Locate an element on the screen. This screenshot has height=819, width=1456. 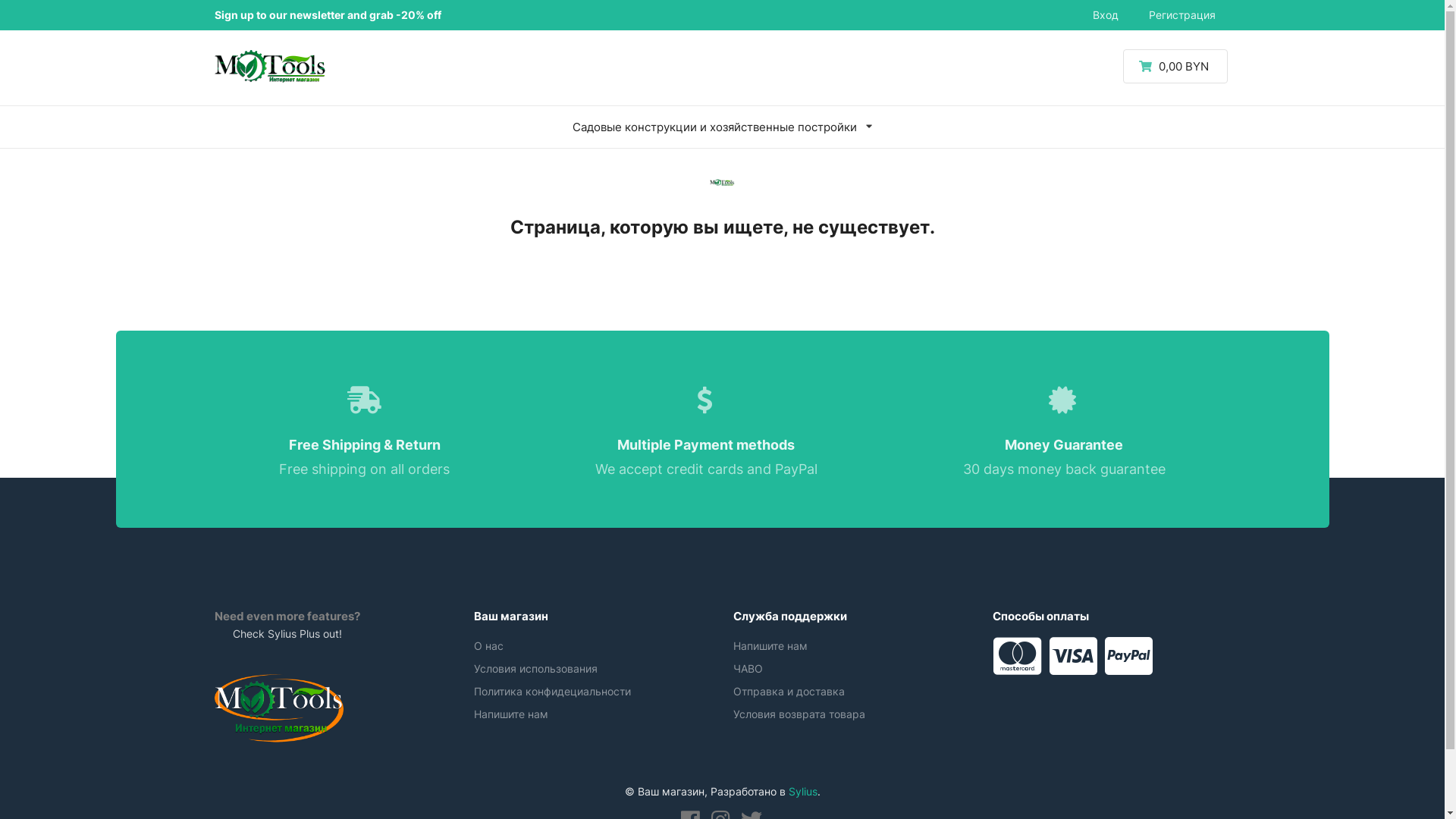
'Sylius' is located at coordinates (802, 790).